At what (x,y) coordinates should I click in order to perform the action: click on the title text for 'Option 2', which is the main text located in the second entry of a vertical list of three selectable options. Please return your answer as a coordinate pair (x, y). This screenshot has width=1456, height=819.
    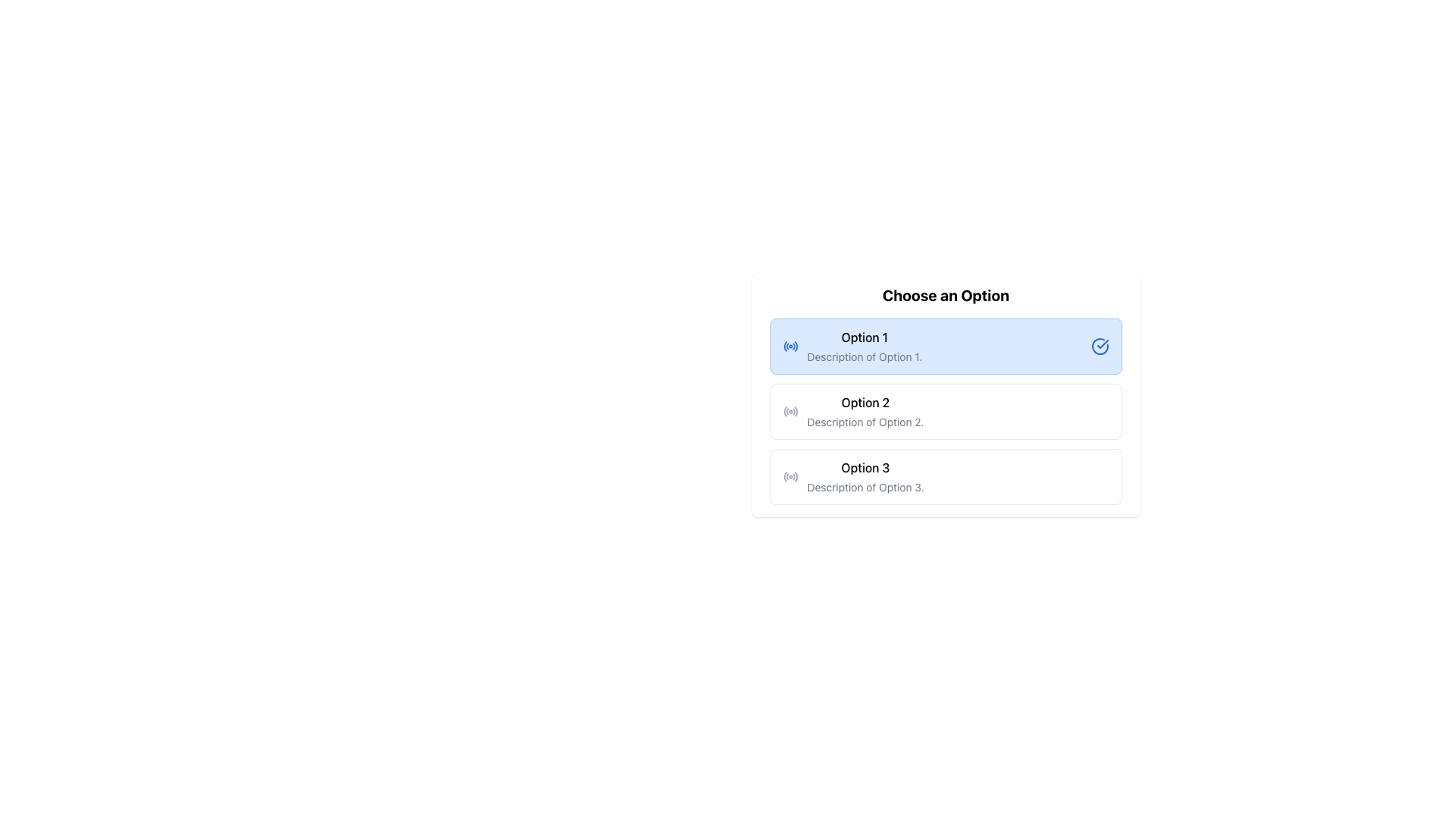
    Looking at the image, I should click on (865, 402).